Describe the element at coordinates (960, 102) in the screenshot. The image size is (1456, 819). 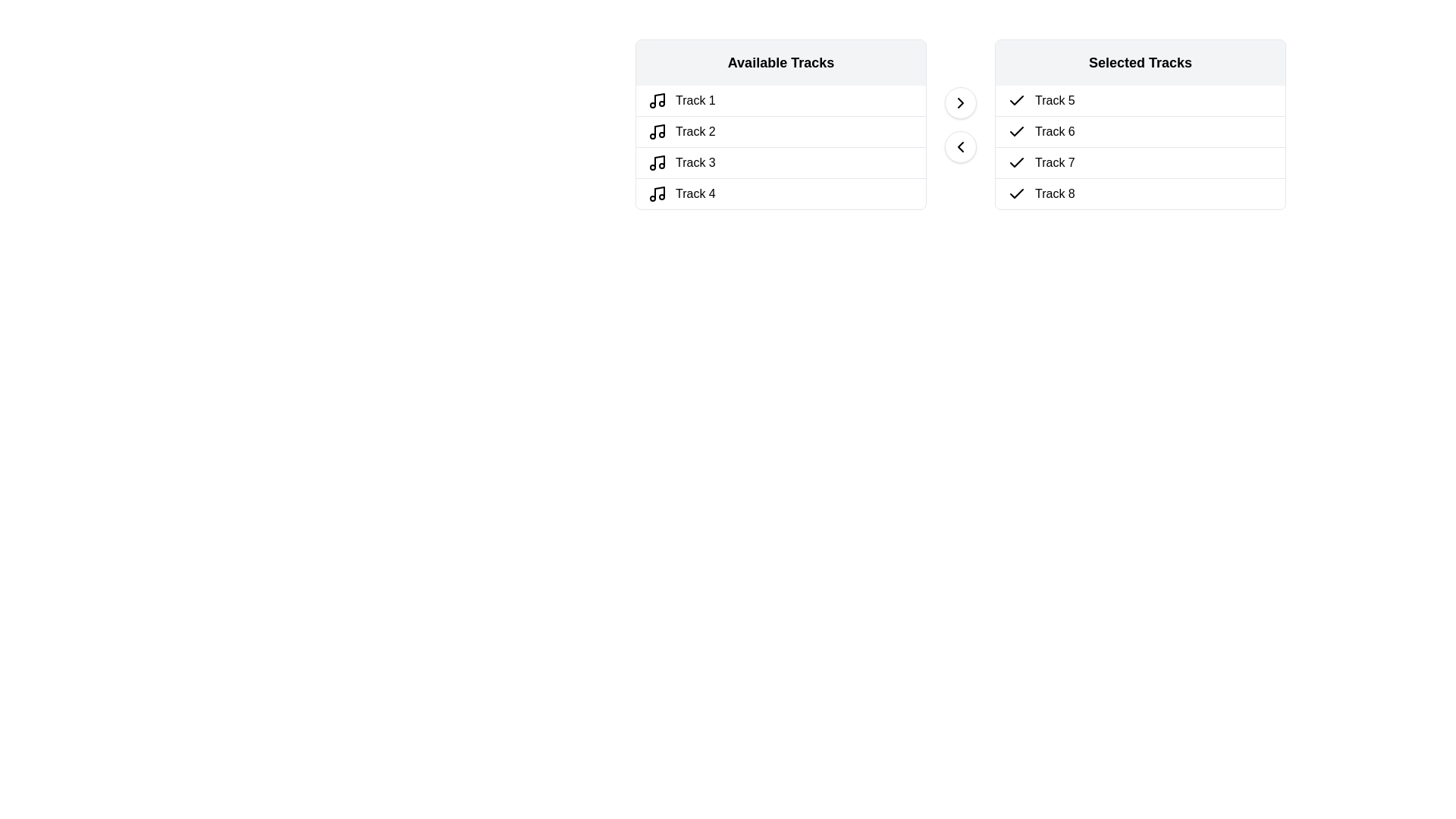
I see `the navigation chevron icon` at that location.